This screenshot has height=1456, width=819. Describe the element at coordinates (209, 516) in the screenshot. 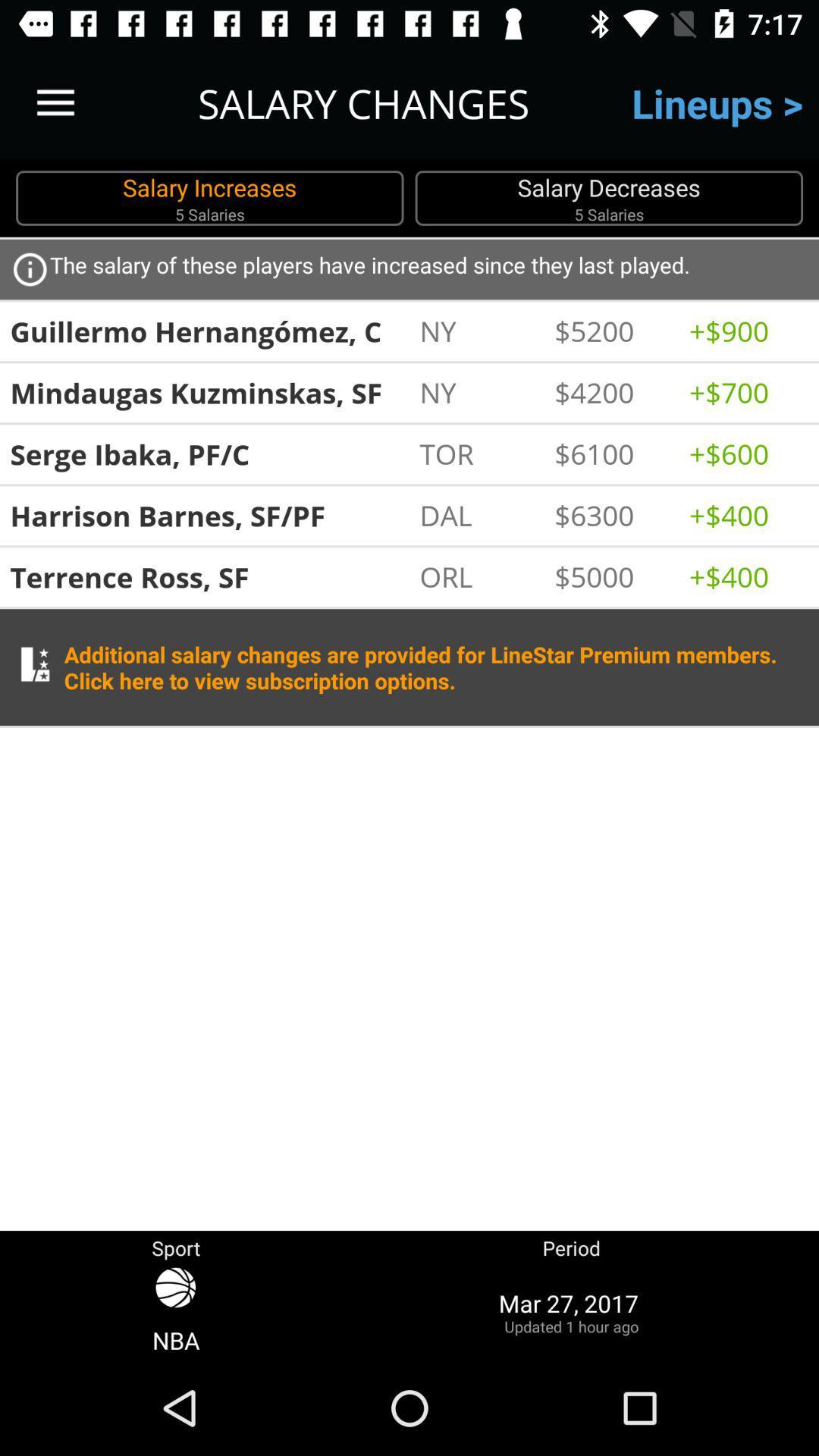

I see `the icon below the serge ibaka pf icon` at that location.